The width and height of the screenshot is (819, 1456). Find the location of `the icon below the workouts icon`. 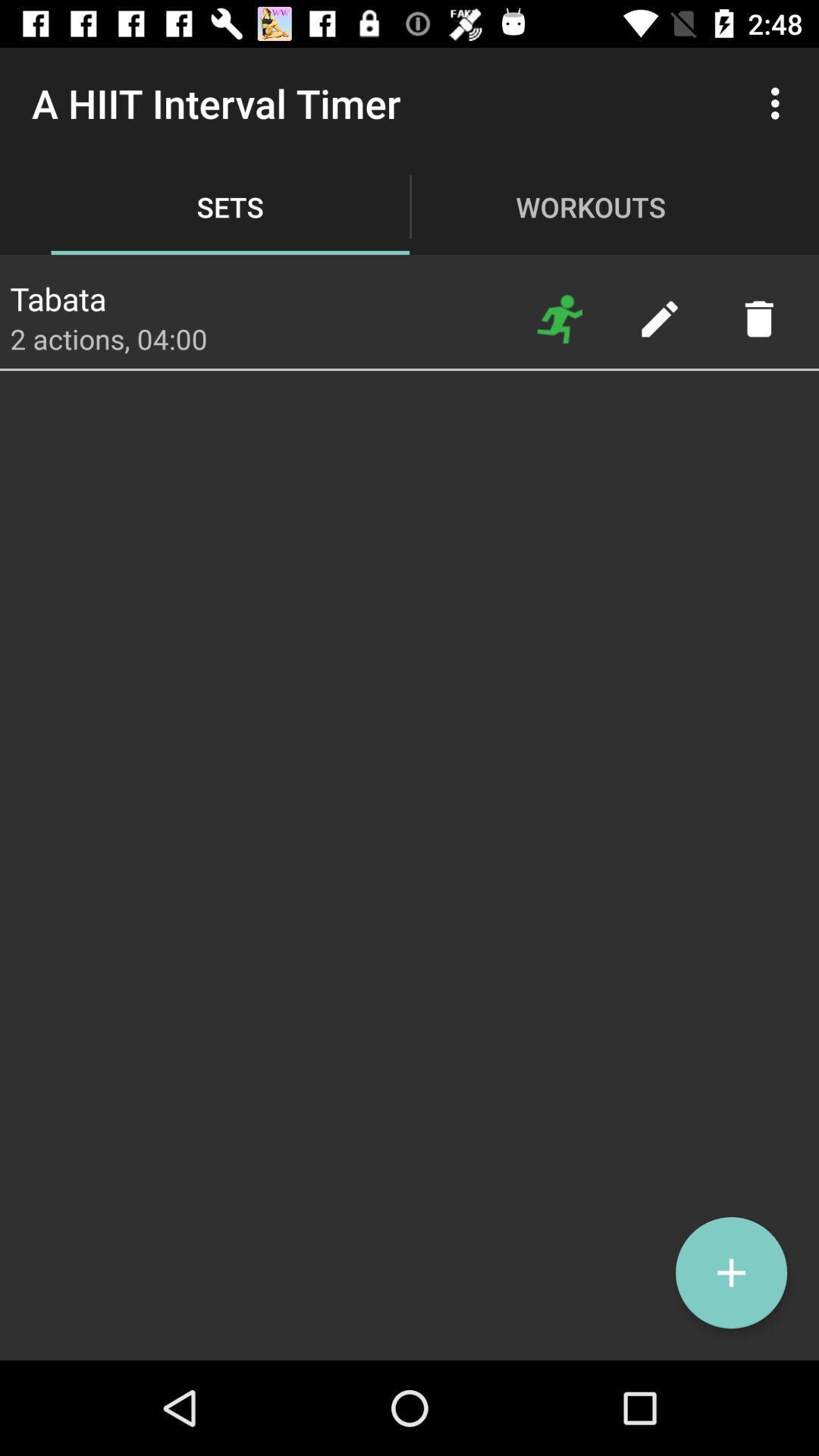

the icon below the workouts icon is located at coordinates (560, 318).